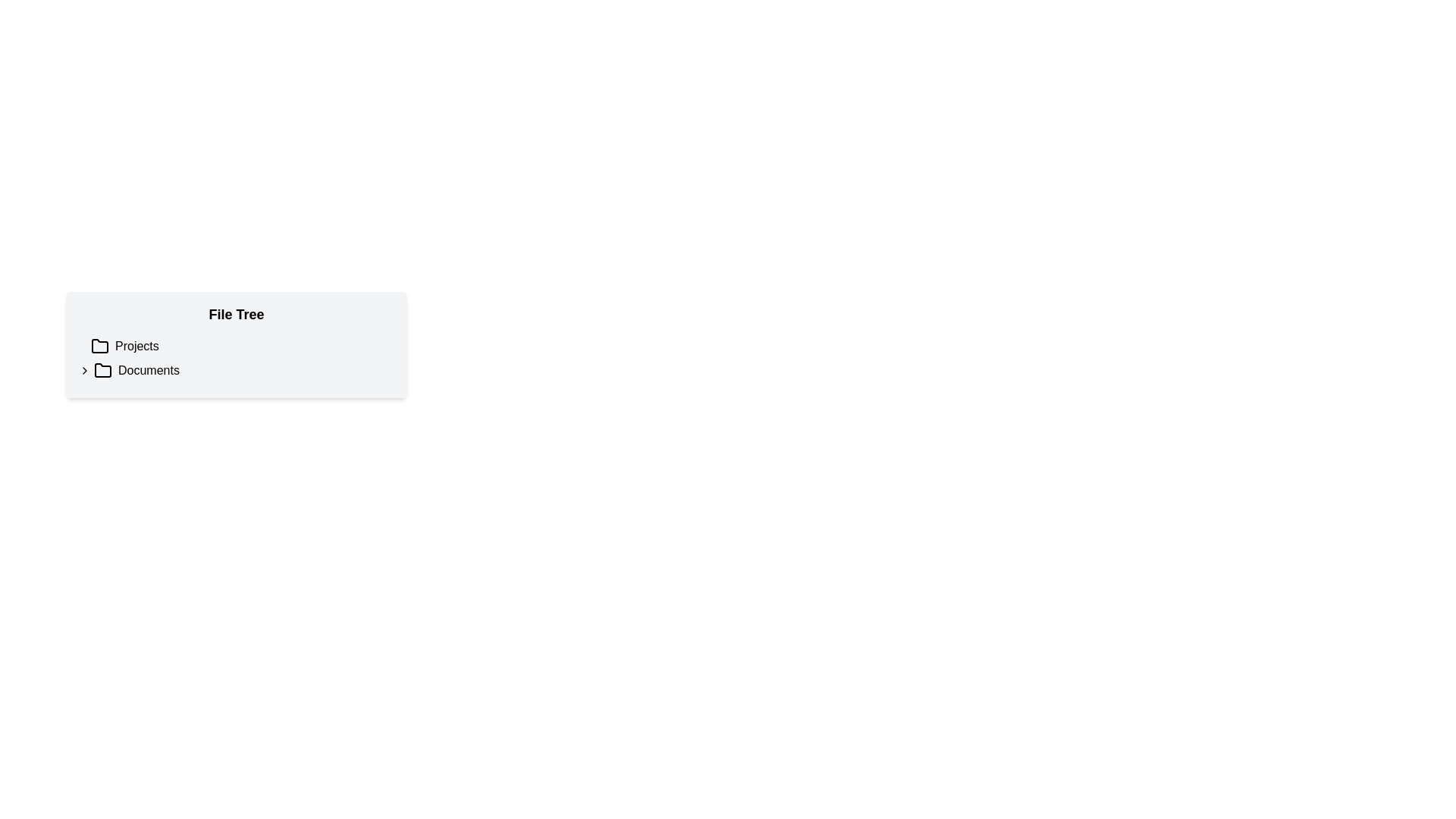  I want to click on the 'Documents' folder item in the file tree, so click(236, 371).